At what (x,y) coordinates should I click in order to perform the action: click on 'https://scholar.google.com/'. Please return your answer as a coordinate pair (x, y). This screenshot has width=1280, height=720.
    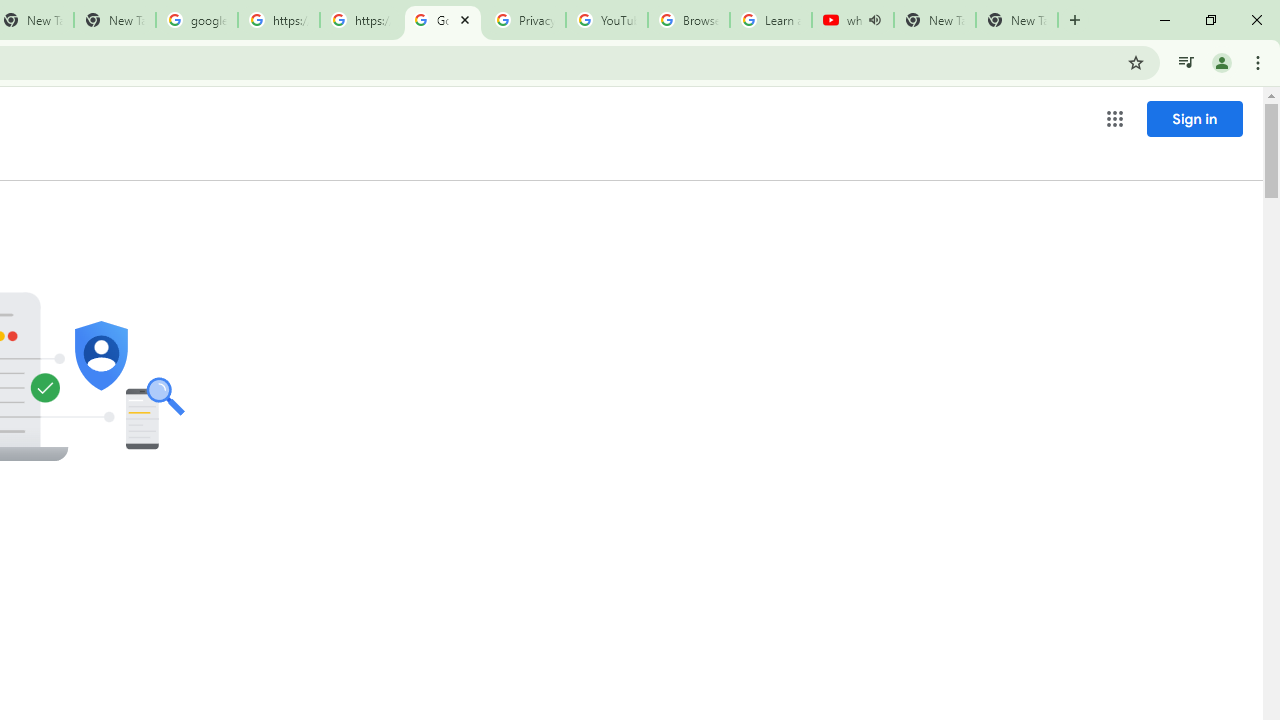
    Looking at the image, I should click on (278, 20).